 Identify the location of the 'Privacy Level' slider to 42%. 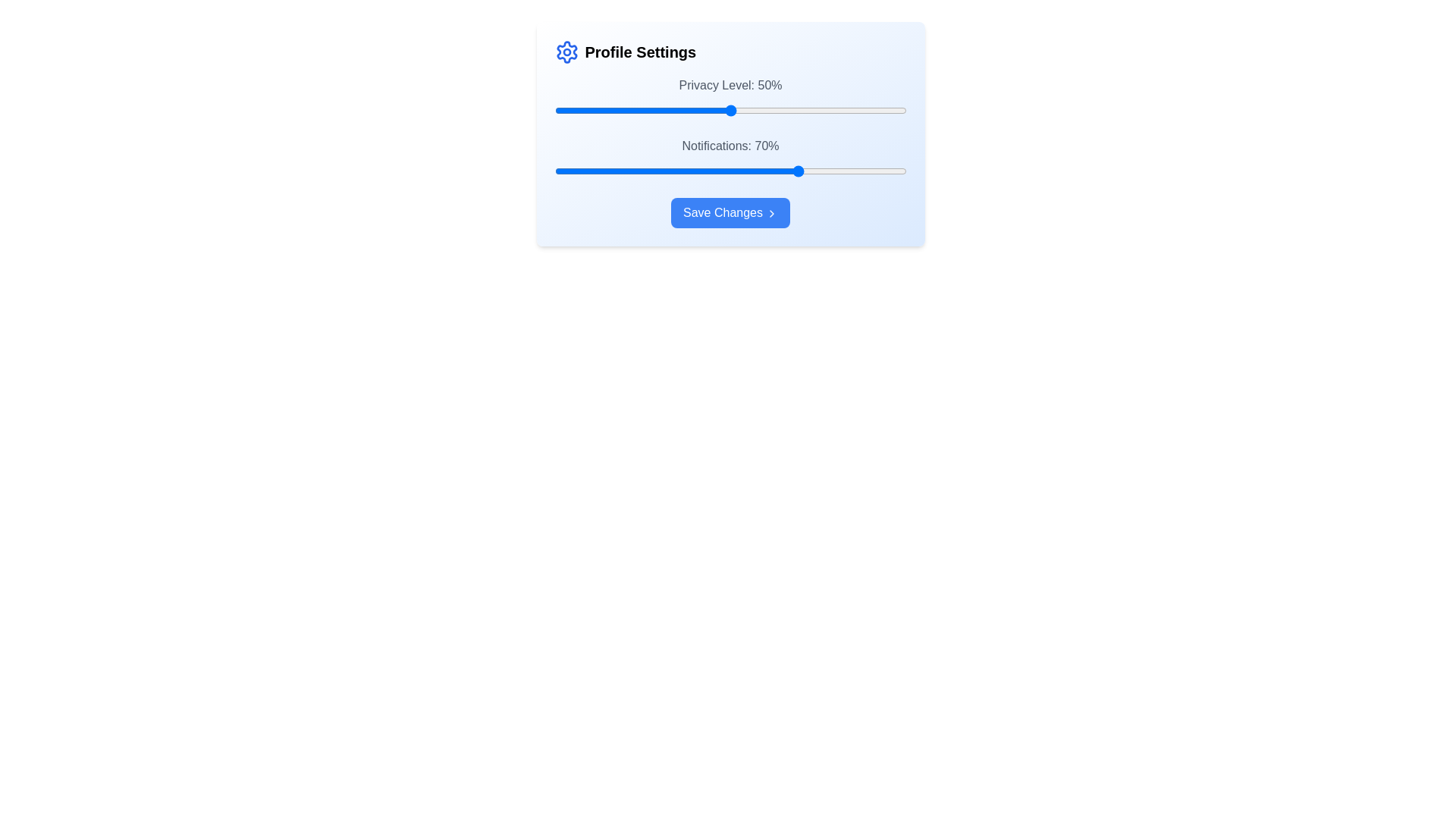
(701, 110).